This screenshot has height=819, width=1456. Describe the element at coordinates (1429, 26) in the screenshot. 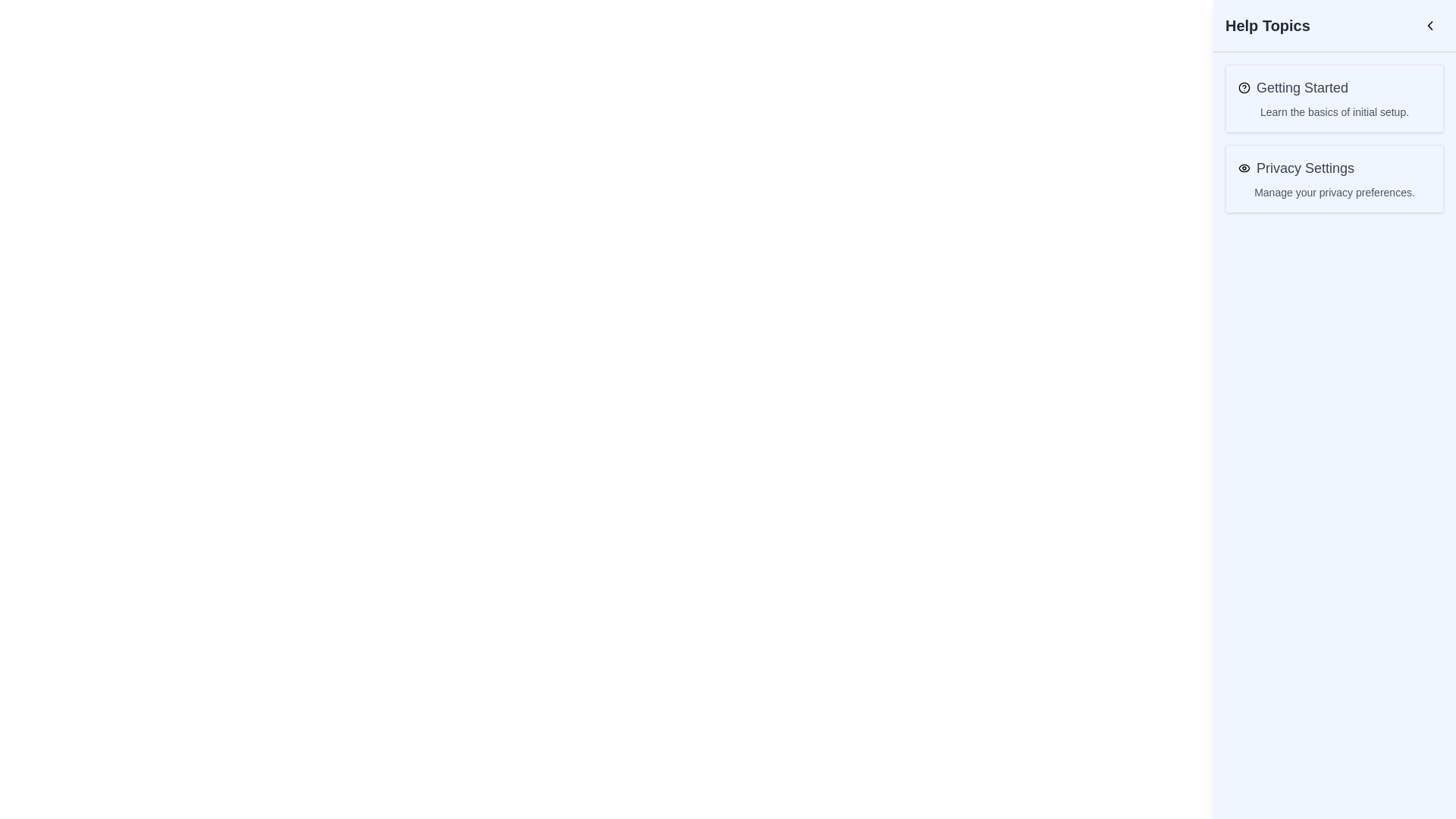

I see `the left-pointing chevron icon button located in the top right corner of the 'Help Topics' sidebar` at that location.